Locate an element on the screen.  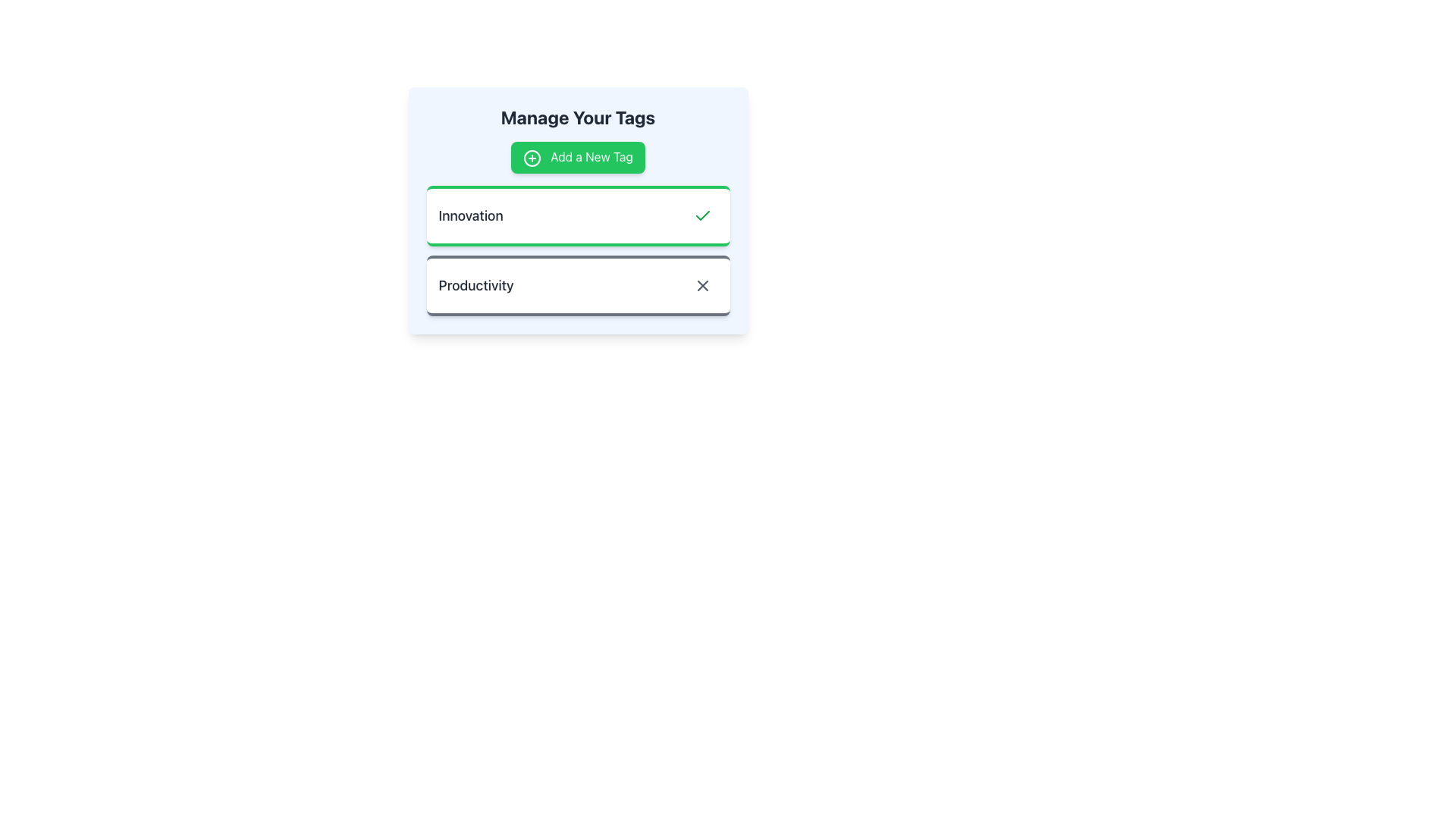
the button that adds a new tag, located below the 'Manage Your Tags' title is located at coordinates (577, 157).